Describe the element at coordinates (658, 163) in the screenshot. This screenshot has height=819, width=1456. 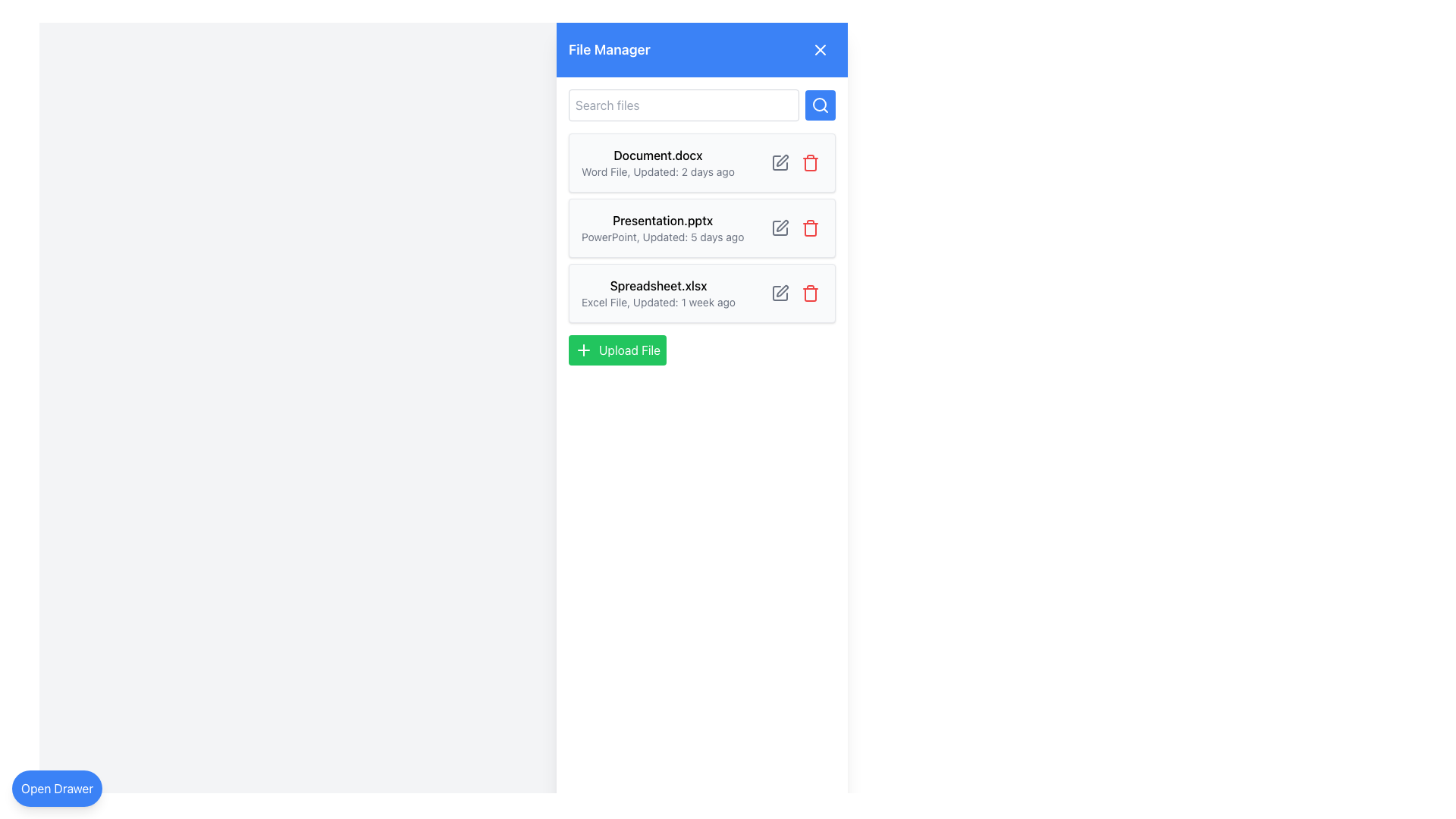
I see `text information from the first item in the file list, which displays 'Document.docx' in bold and 'Word File, Updated: 2 days ago' in smaller gray text within the 'File Manager' interface` at that location.